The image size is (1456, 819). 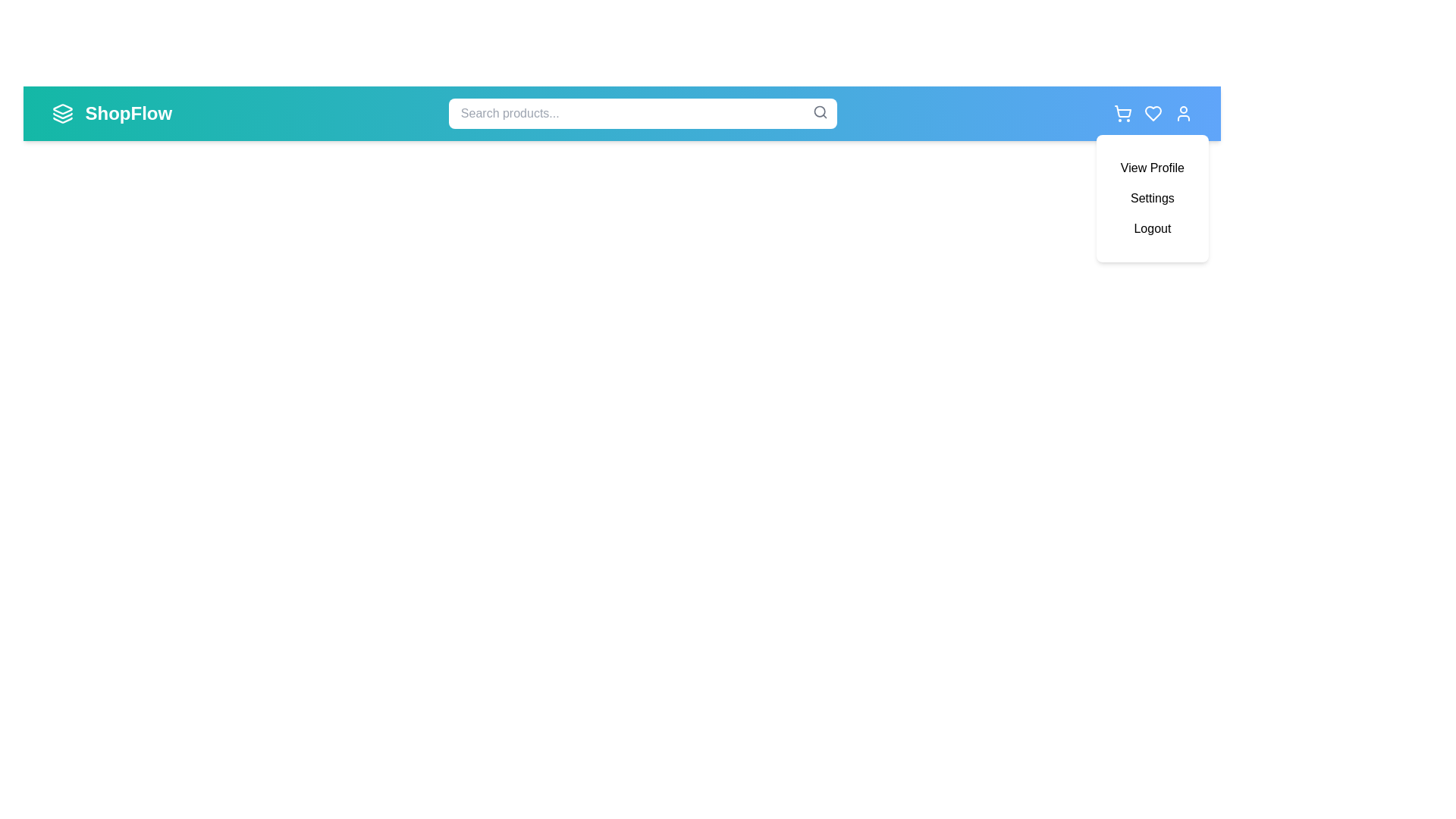 What do you see at coordinates (128, 113) in the screenshot?
I see `the branding text 'ShopFlow' located in the top left corner of the app bar` at bounding box center [128, 113].